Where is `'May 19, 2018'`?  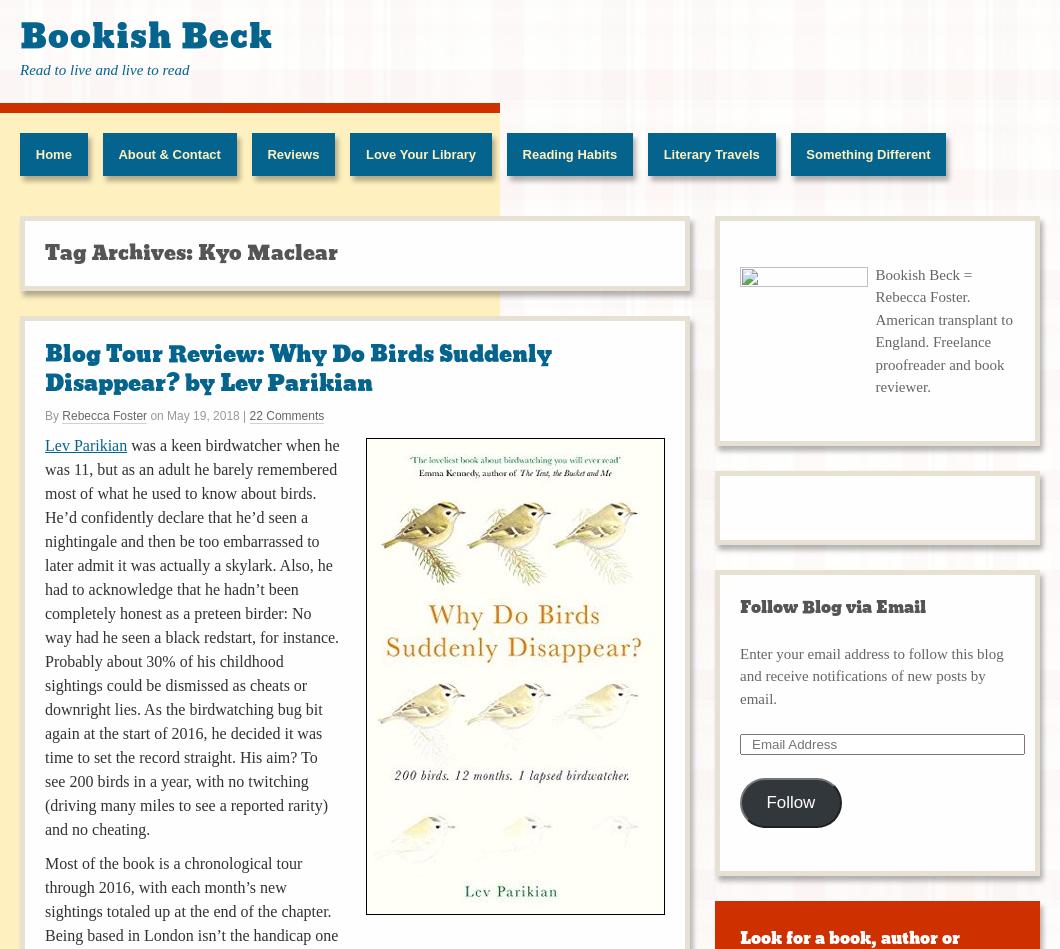 'May 19, 2018' is located at coordinates (201, 414).